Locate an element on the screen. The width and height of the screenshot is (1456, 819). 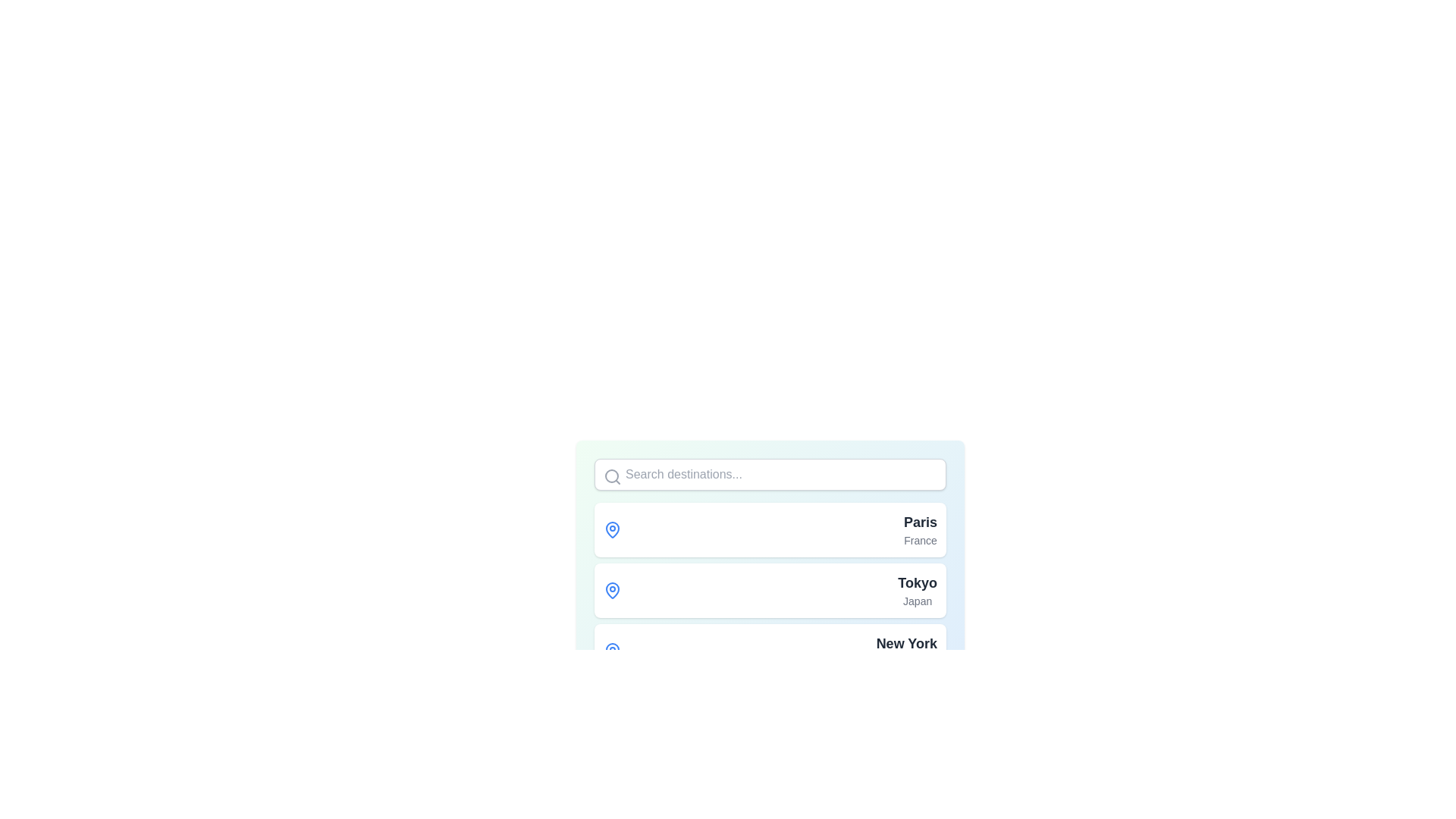
the Text Label indicating the country associated with the city name 'Paris', which is positioned immediately below 'Paris' and aligned to its left edge is located at coordinates (920, 540).